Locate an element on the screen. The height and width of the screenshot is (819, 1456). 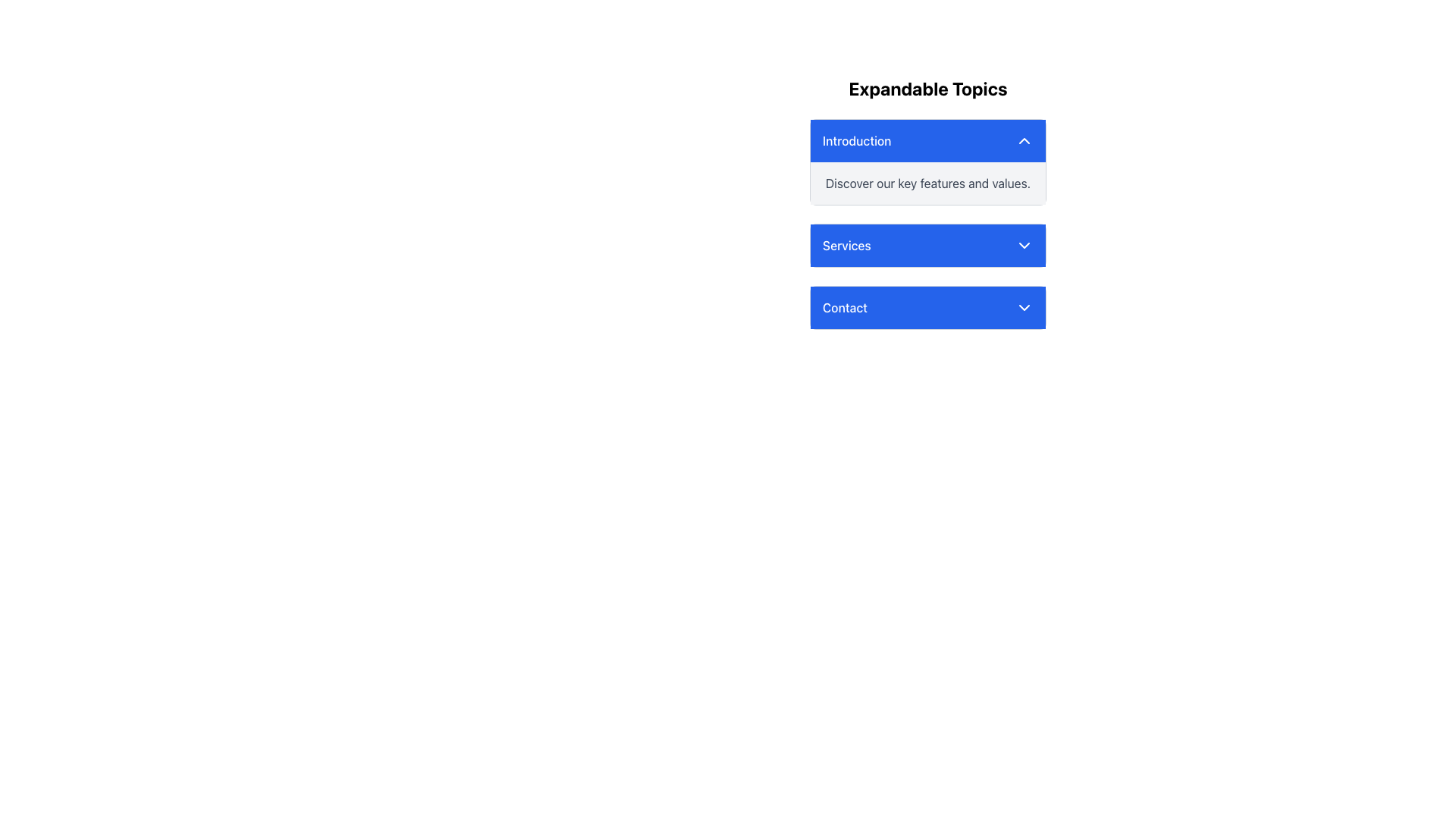
the text label displaying 'Discover our key features and values.' which is styled in gray font on a white background, located in the expanded section under the 'Introduction' tab is located at coordinates (927, 183).